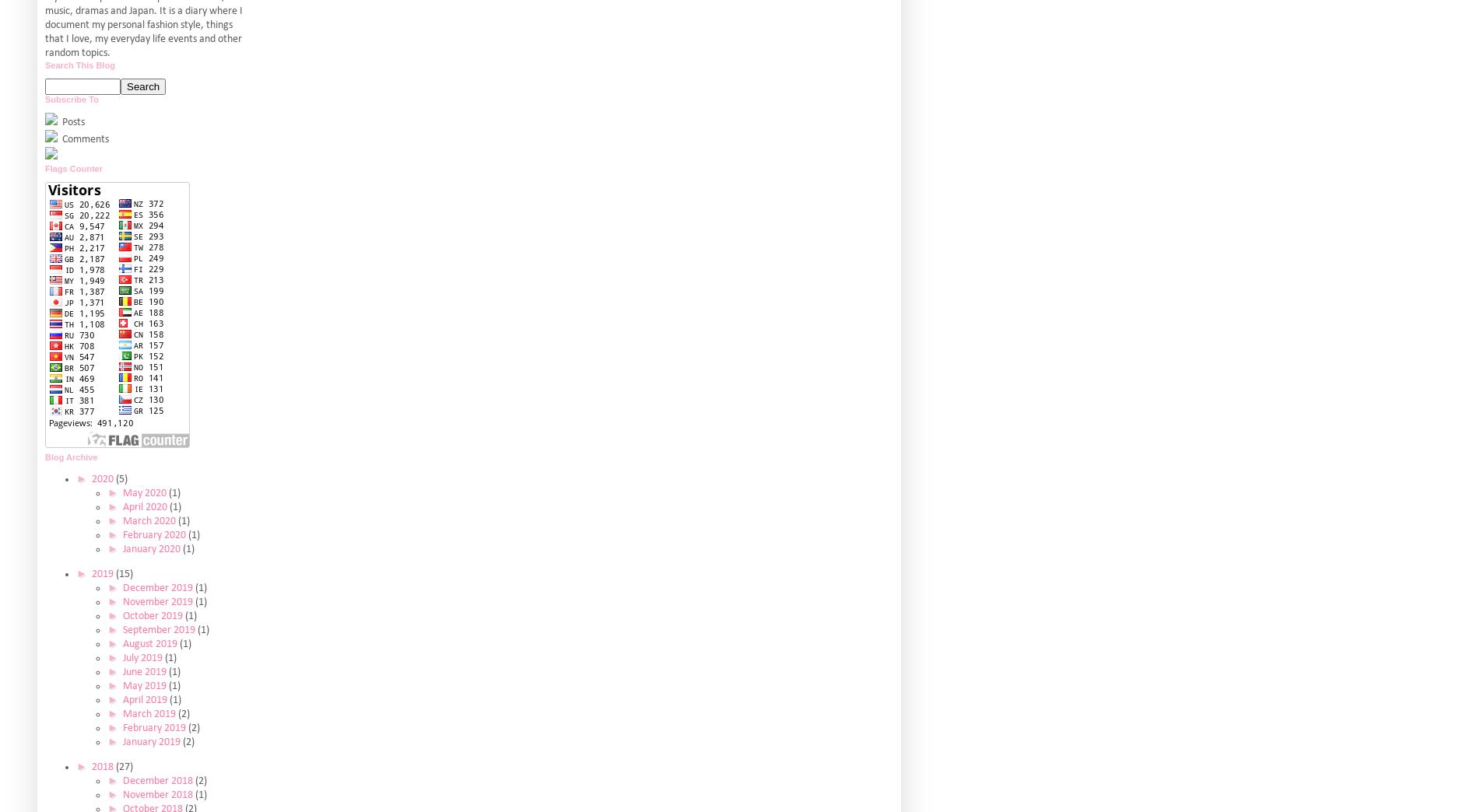 The width and height of the screenshot is (1477, 812). I want to click on 'May 2019', so click(121, 685).